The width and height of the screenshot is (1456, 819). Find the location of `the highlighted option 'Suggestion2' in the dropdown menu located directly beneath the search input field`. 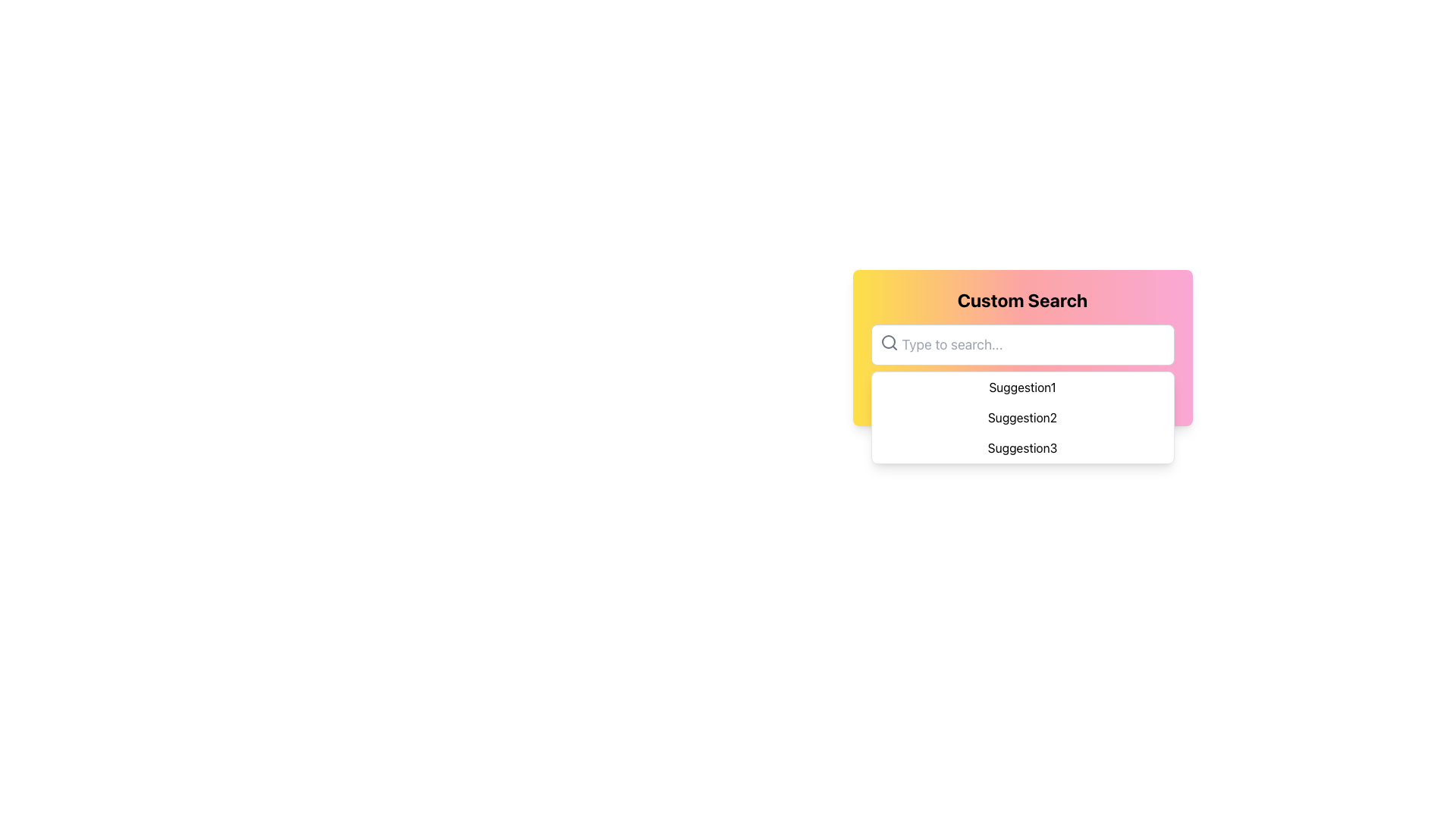

the highlighted option 'Suggestion2' in the dropdown menu located directly beneath the search input field is located at coordinates (1022, 418).